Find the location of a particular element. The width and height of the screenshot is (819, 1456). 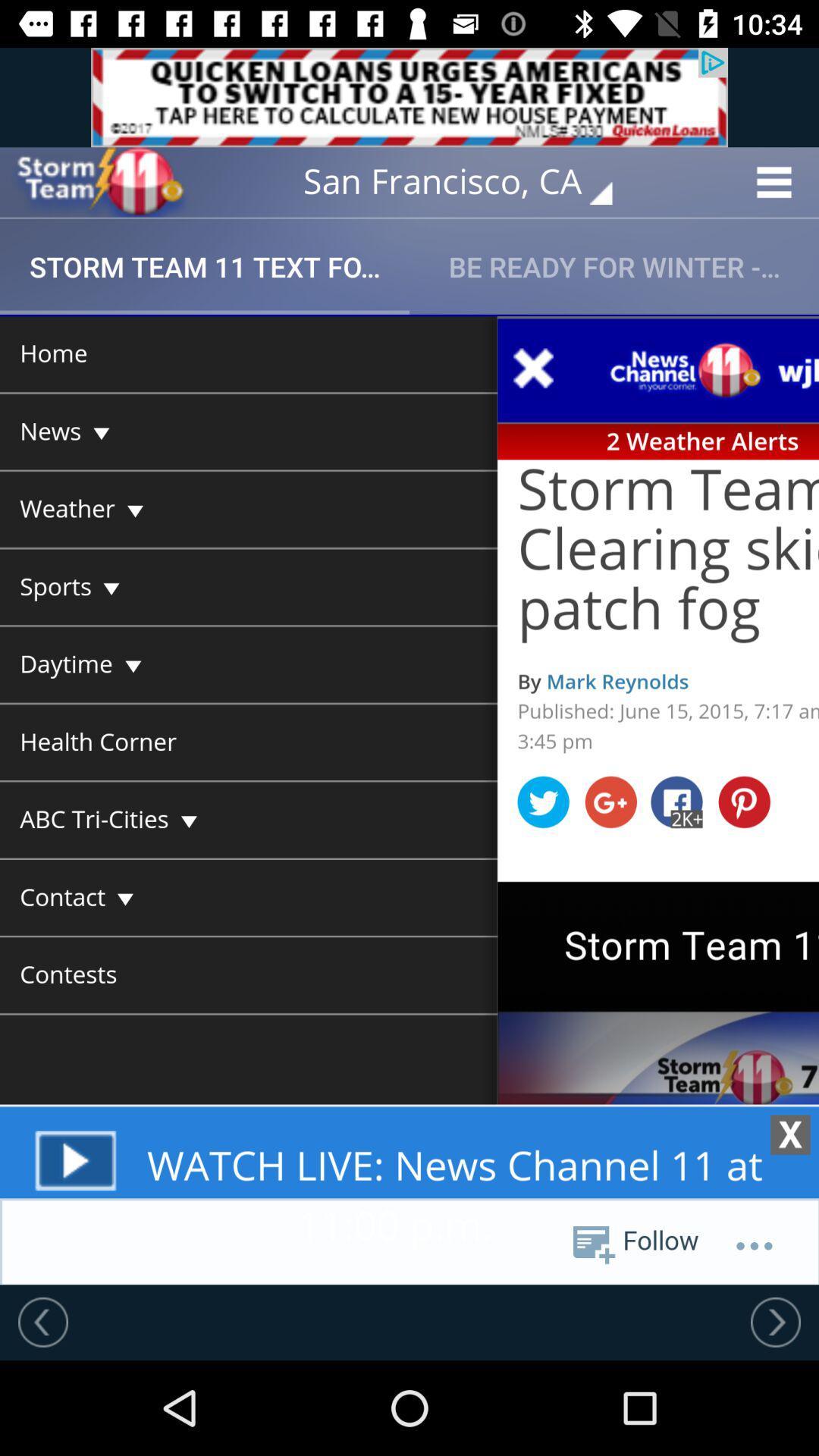

open weather forecast is located at coordinates (99, 182).